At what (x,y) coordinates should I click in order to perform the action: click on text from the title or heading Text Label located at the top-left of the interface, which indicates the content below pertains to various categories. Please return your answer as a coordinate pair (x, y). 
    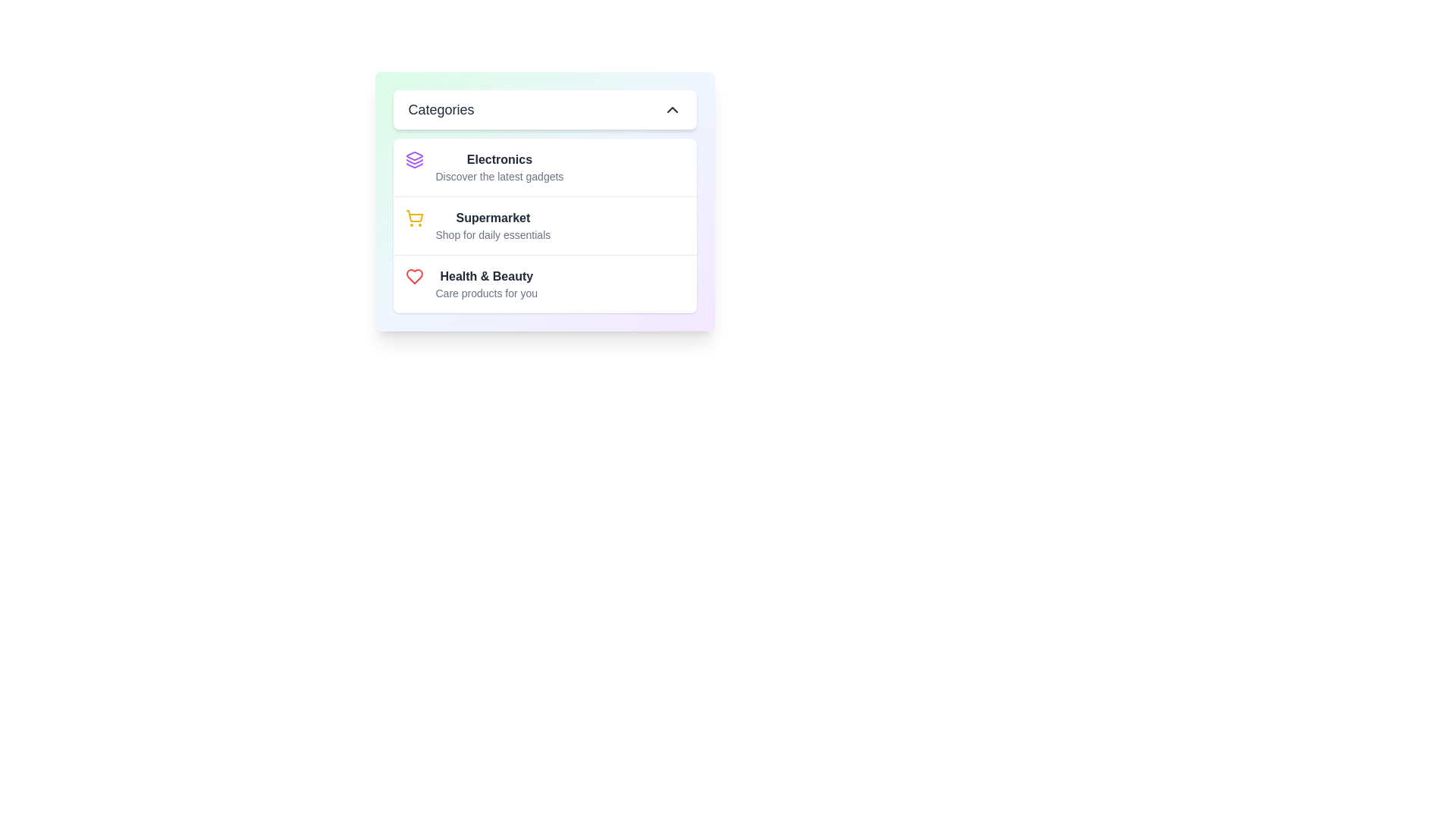
    Looking at the image, I should click on (440, 109).